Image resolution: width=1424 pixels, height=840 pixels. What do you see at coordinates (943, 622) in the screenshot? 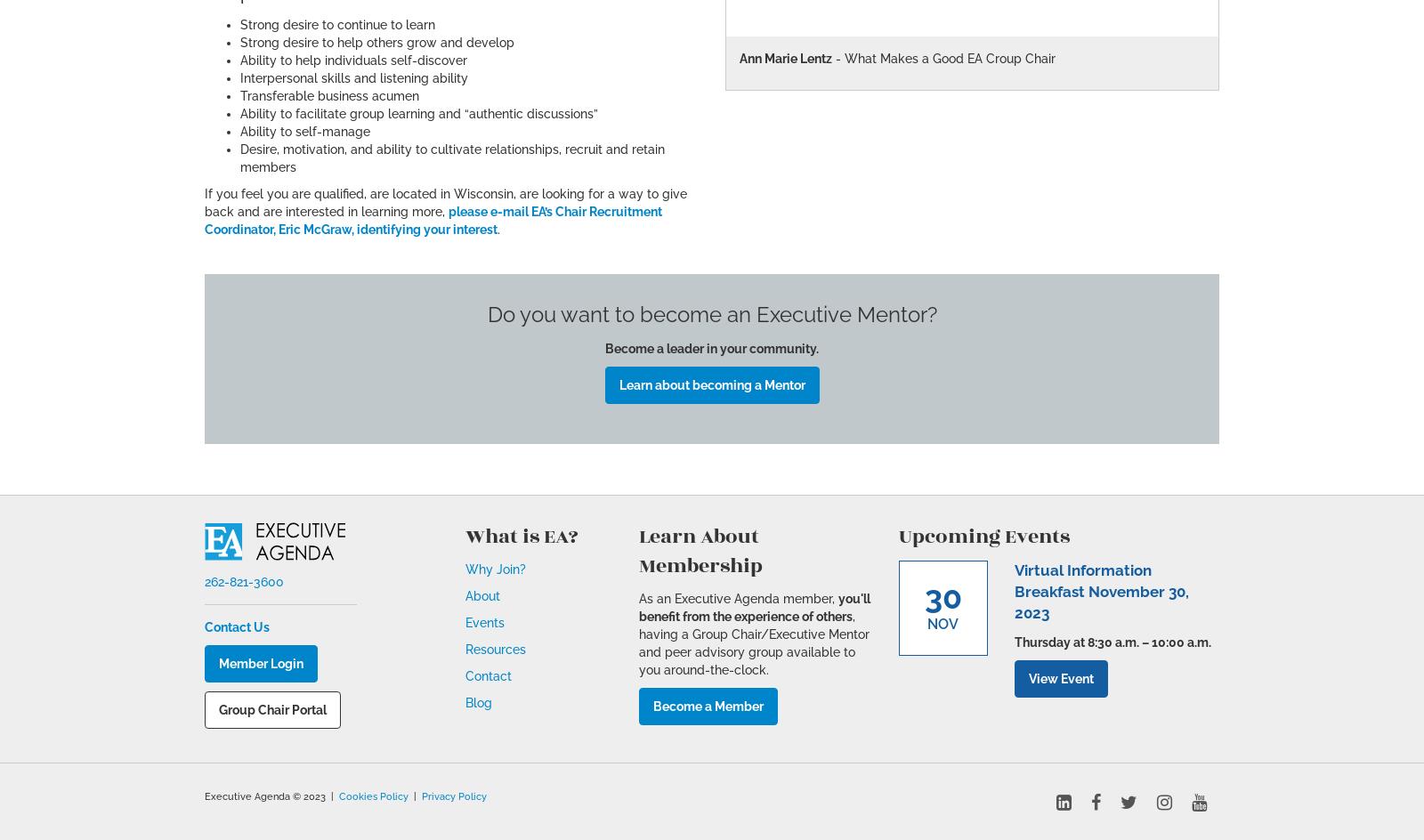
I see `'Nov'` at bounding box center [943, 622].